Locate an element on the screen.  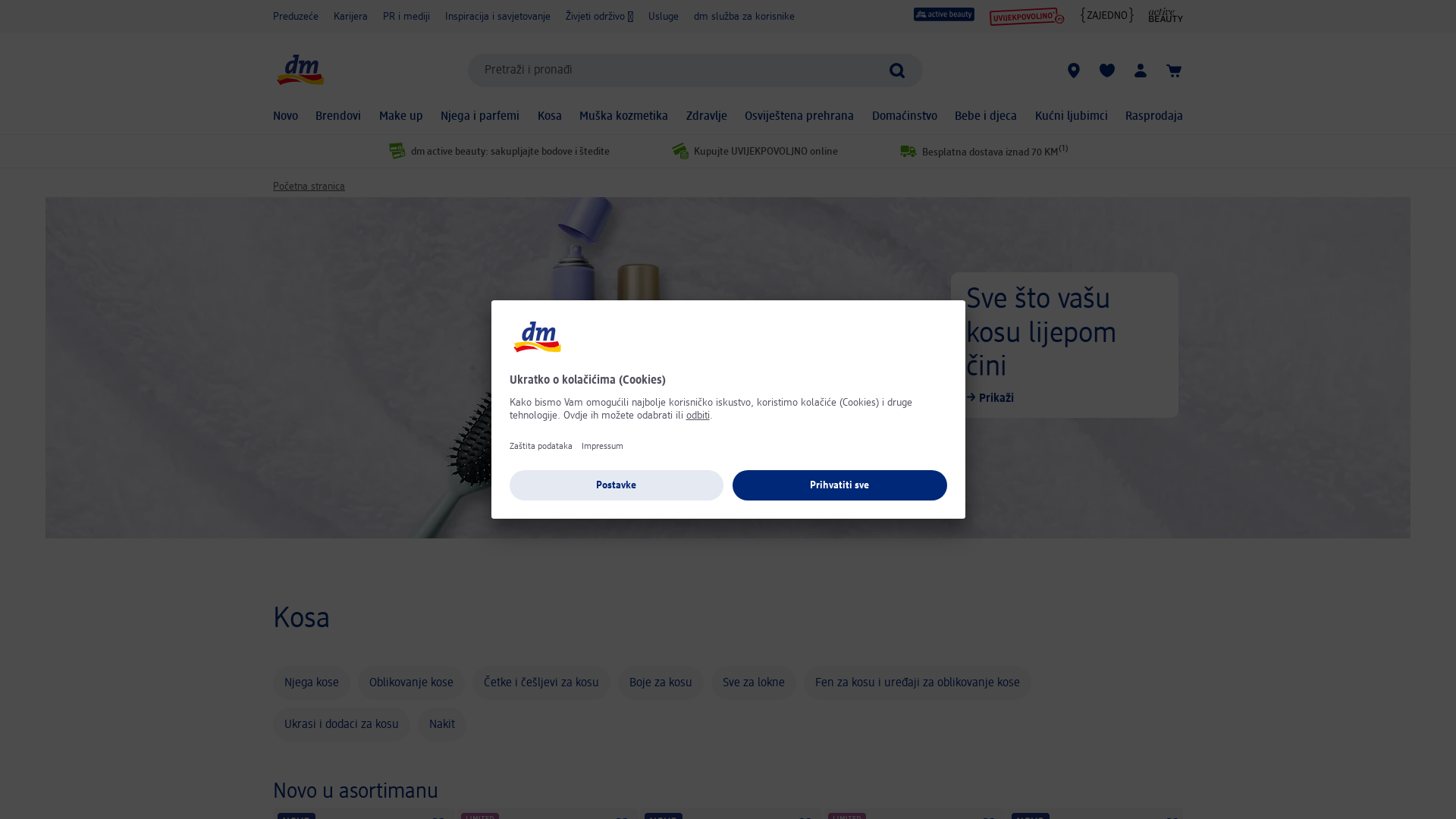
'Make up' is located at coordinates (372, 116).